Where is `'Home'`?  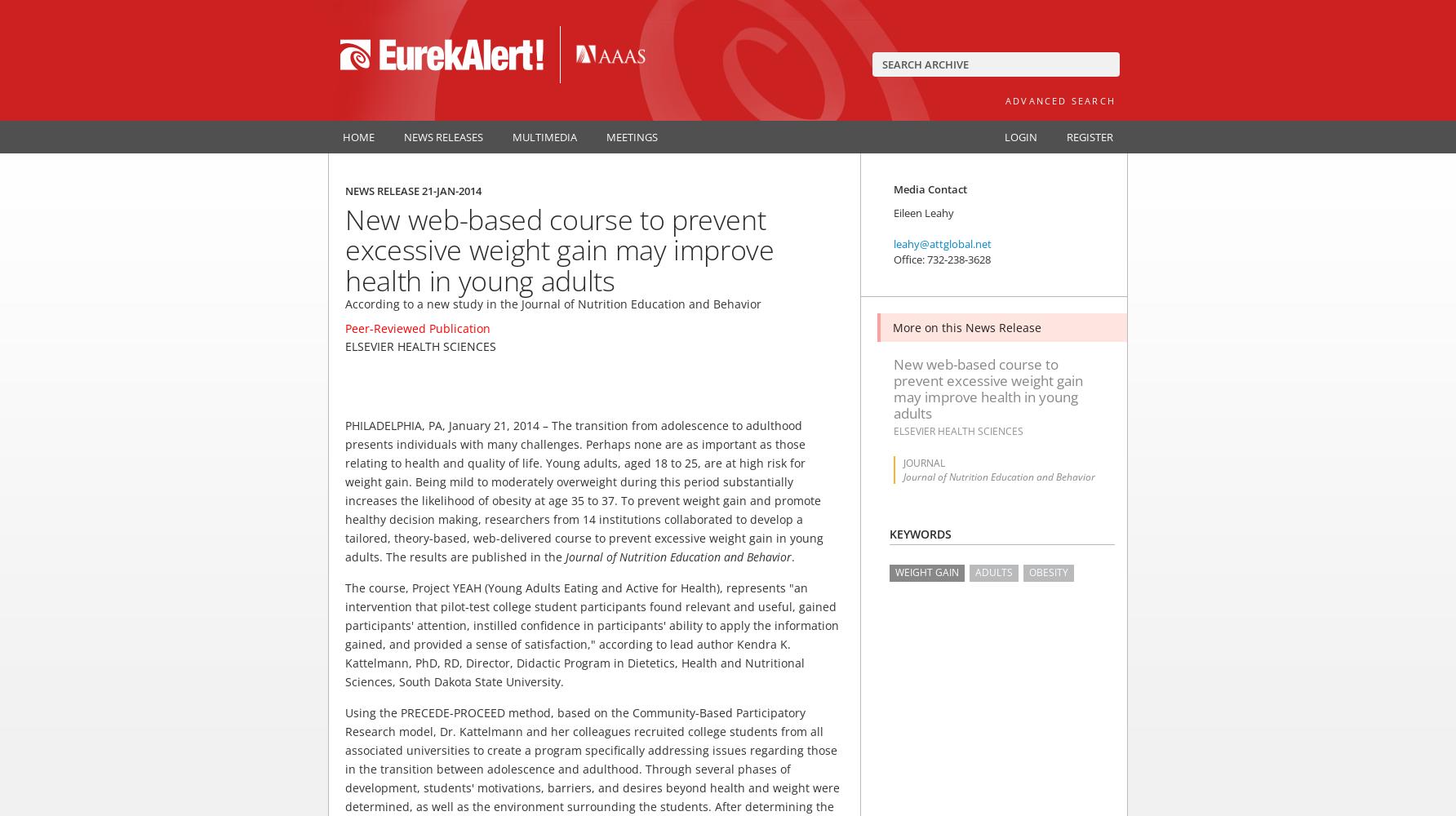
'Home' is located at coordinates (341, 136).